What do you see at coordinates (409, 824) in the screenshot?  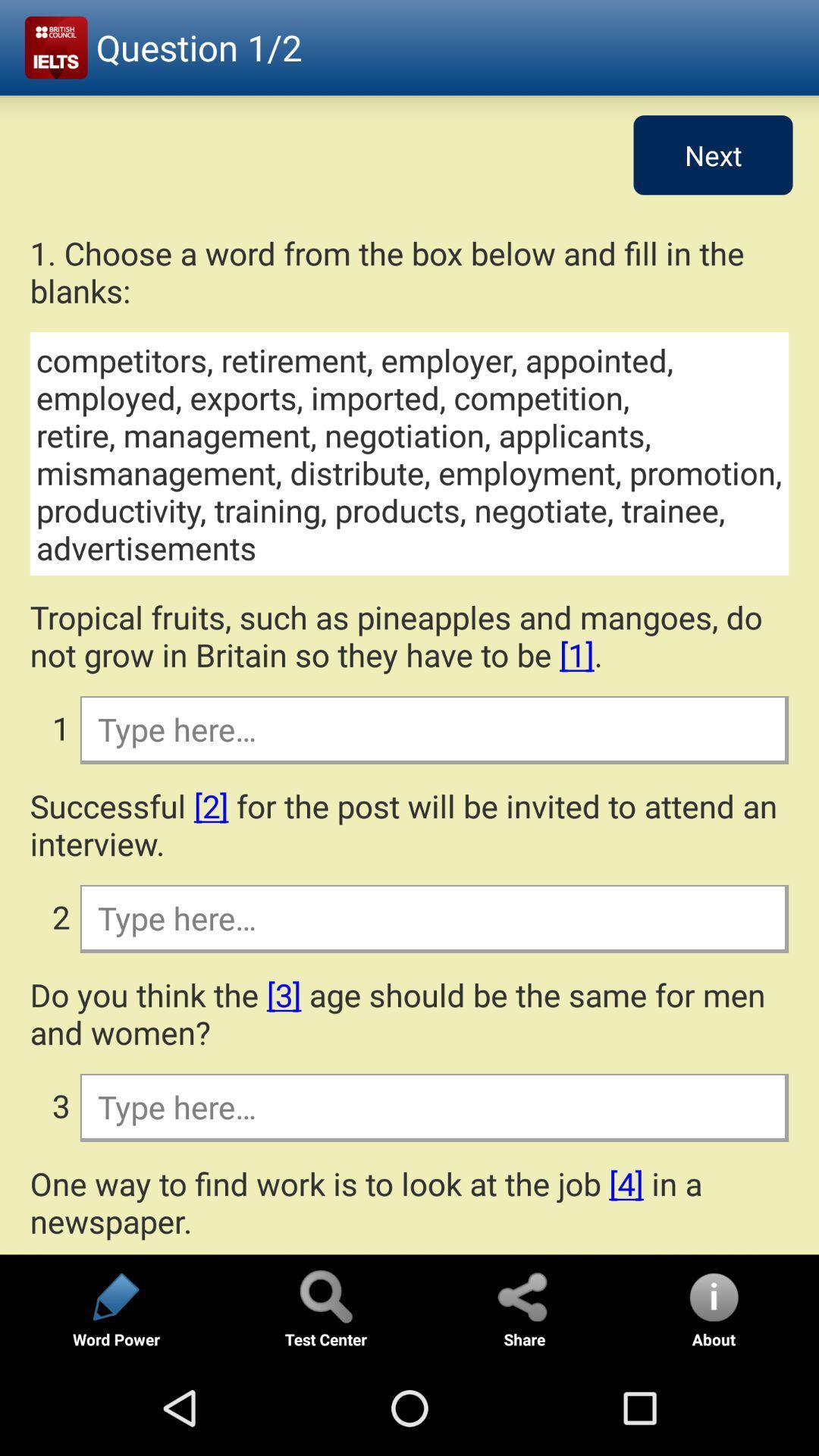 I see `successful 2 for item` at bounding box center [409, 824].